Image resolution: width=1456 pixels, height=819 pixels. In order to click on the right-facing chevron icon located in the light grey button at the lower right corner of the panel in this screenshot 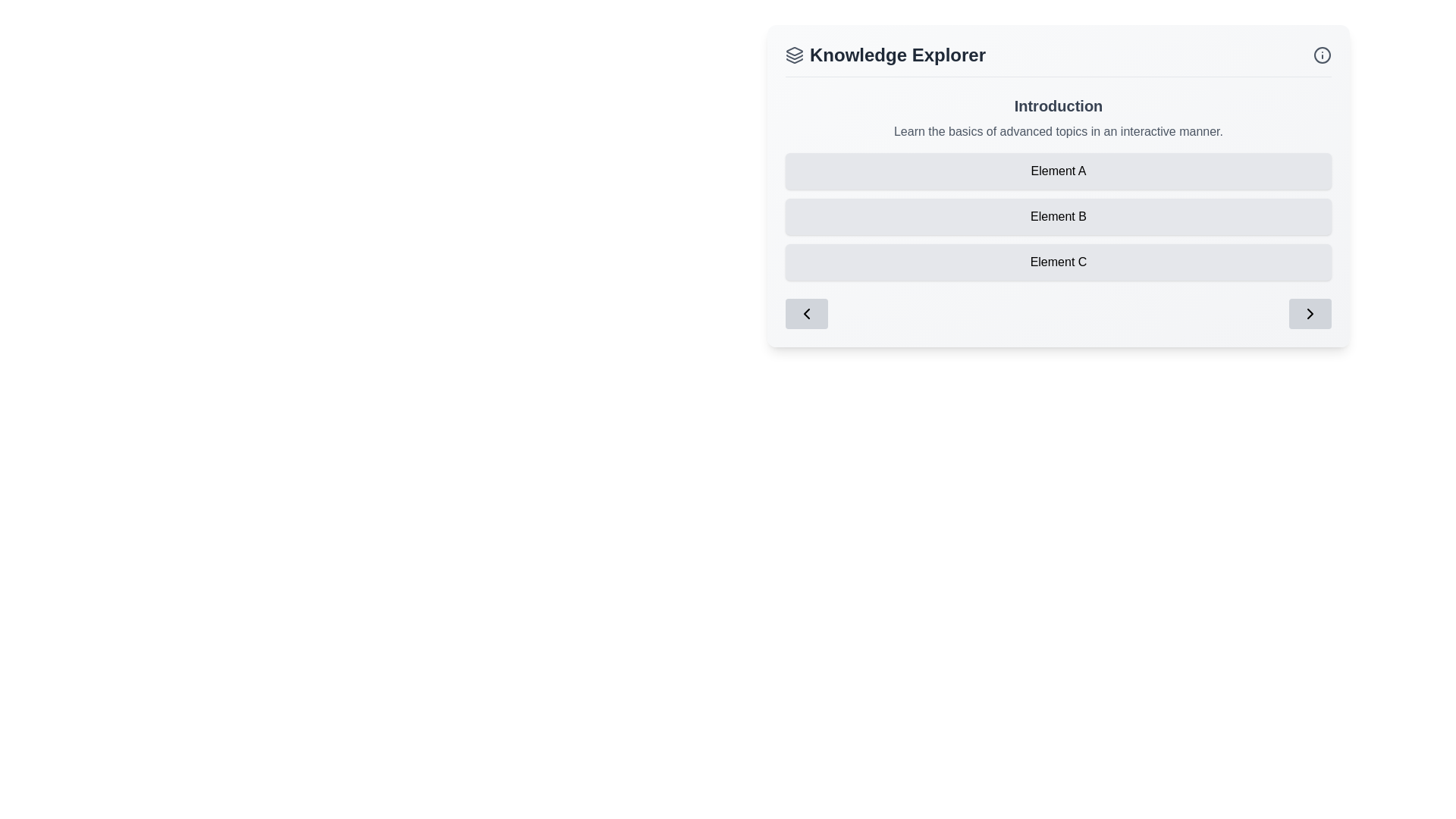, I will do `click(1310, 312)`.